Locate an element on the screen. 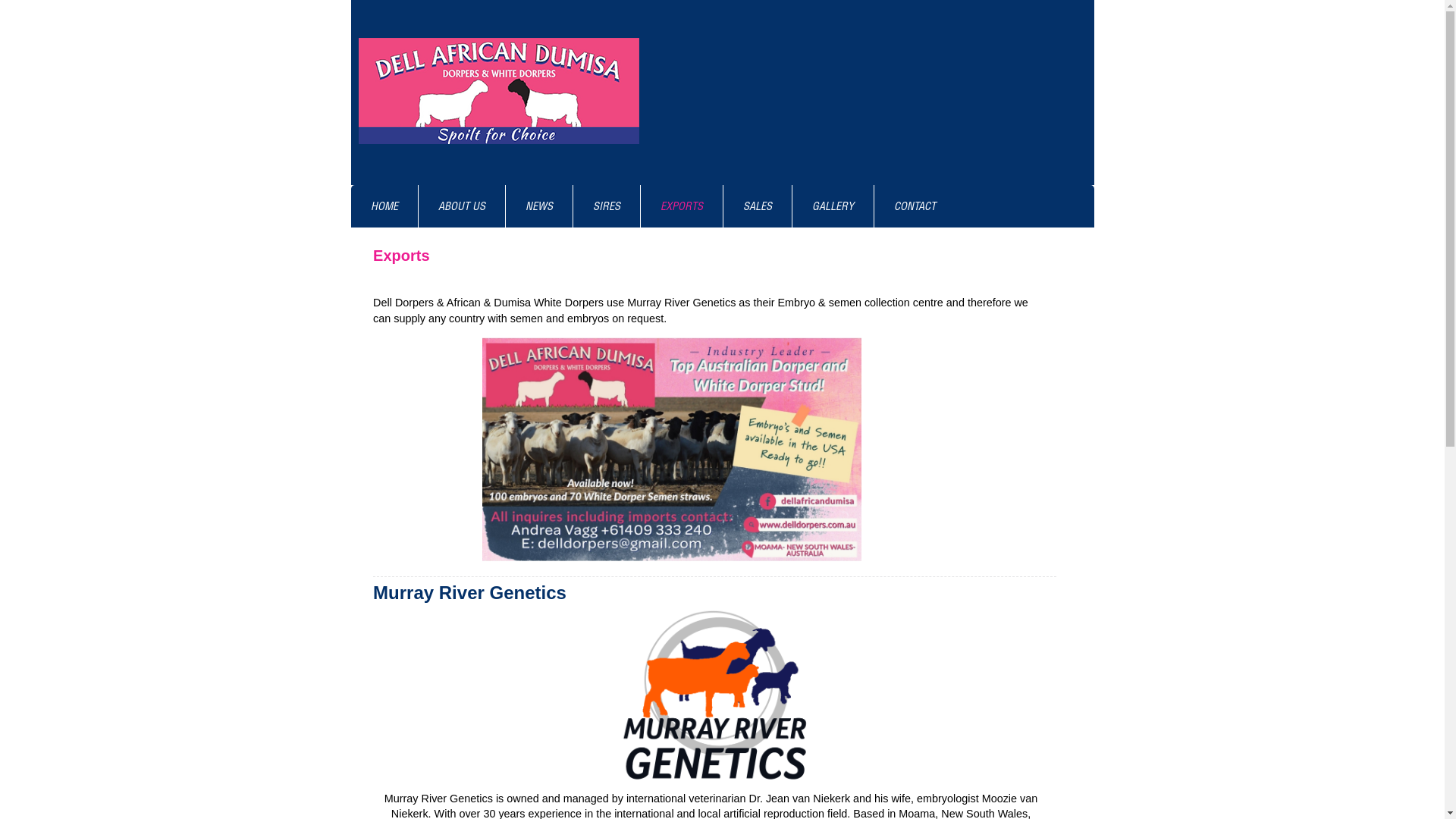 The image size is (1456, 819). 'NEWS' is located at coordinates (538, 206).